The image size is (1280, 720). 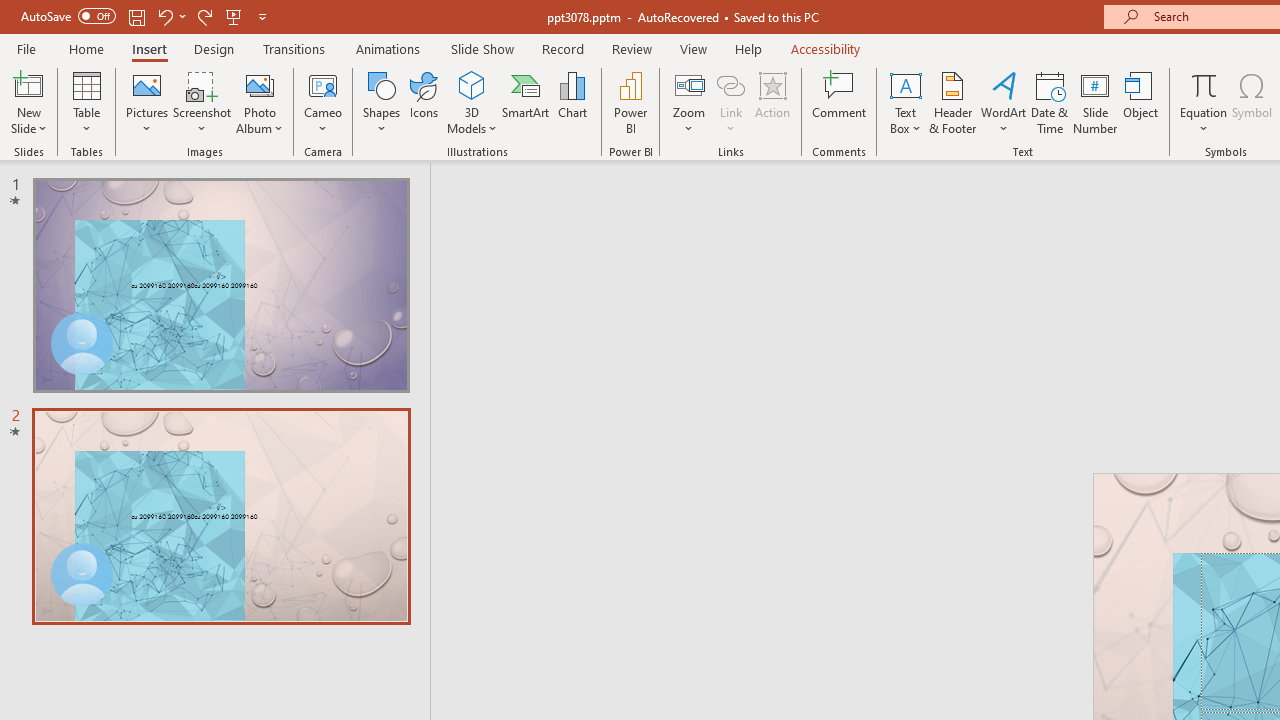 I want to click on 'Object...', so click(x=1141, y=103).